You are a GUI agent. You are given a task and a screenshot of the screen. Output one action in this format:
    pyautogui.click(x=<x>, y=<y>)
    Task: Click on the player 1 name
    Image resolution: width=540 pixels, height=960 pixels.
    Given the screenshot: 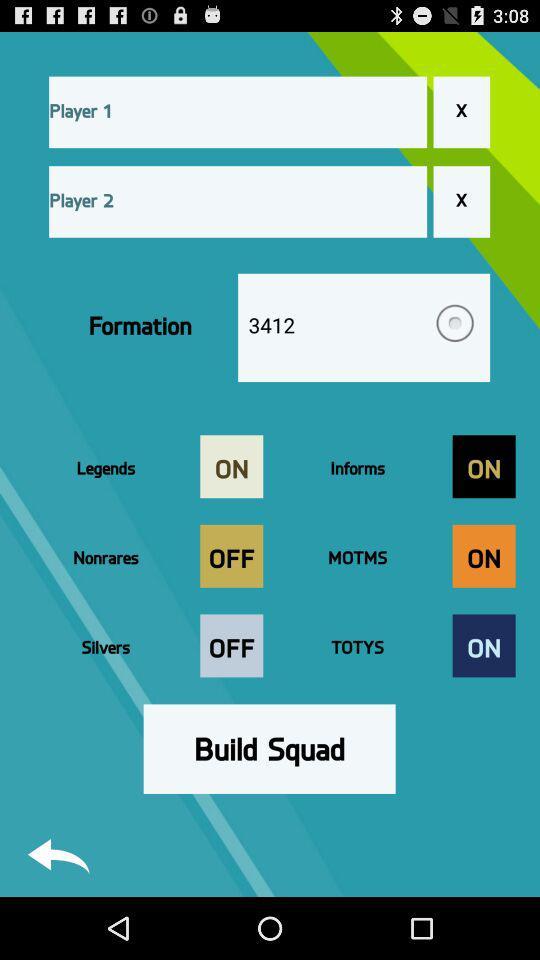 What is the action you would take?
    pyautogui.click(x=238, y=111)
    